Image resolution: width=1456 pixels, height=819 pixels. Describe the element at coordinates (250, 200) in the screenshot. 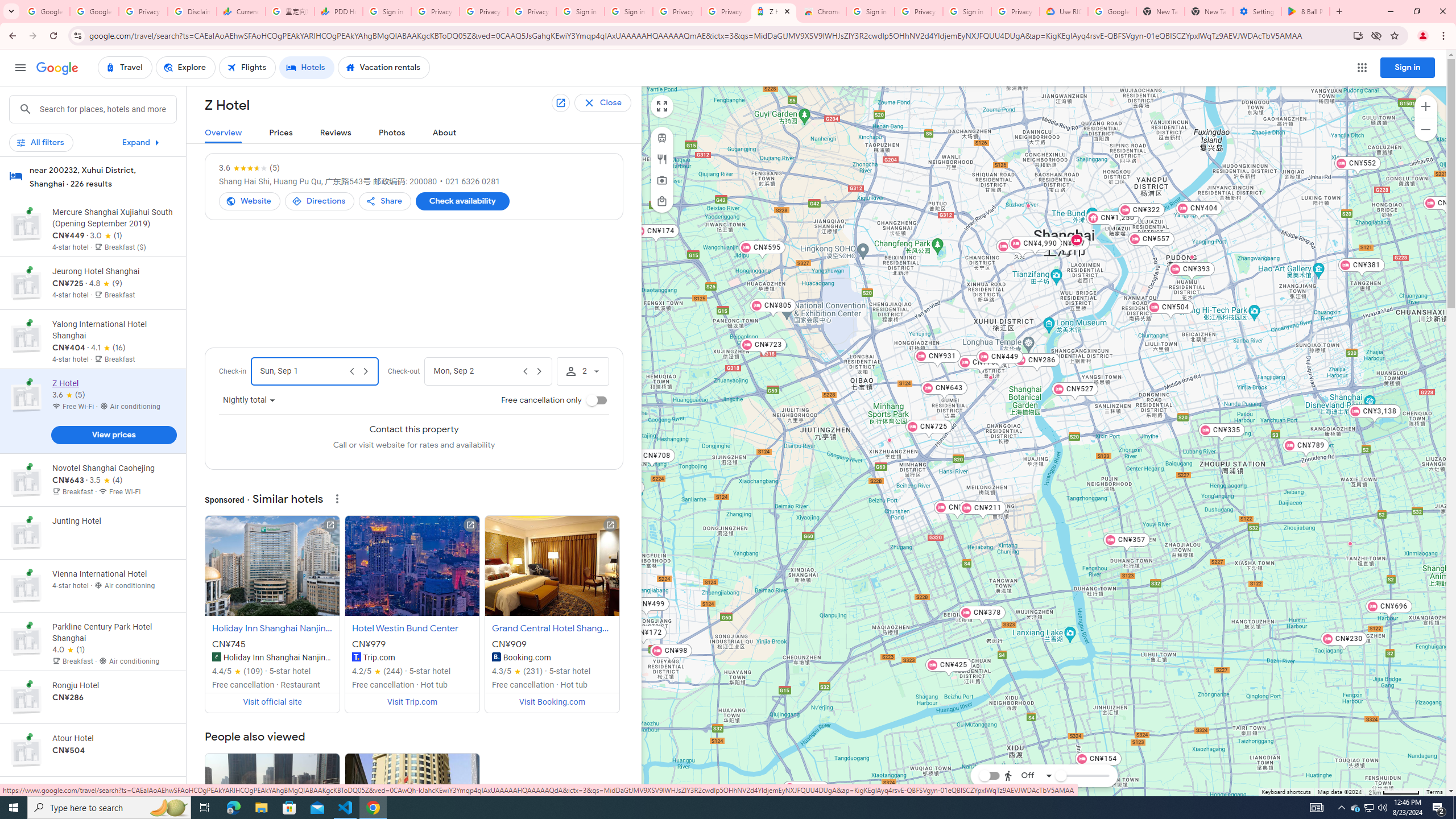

I see `'Visit site for Z Hotel'` at that location.